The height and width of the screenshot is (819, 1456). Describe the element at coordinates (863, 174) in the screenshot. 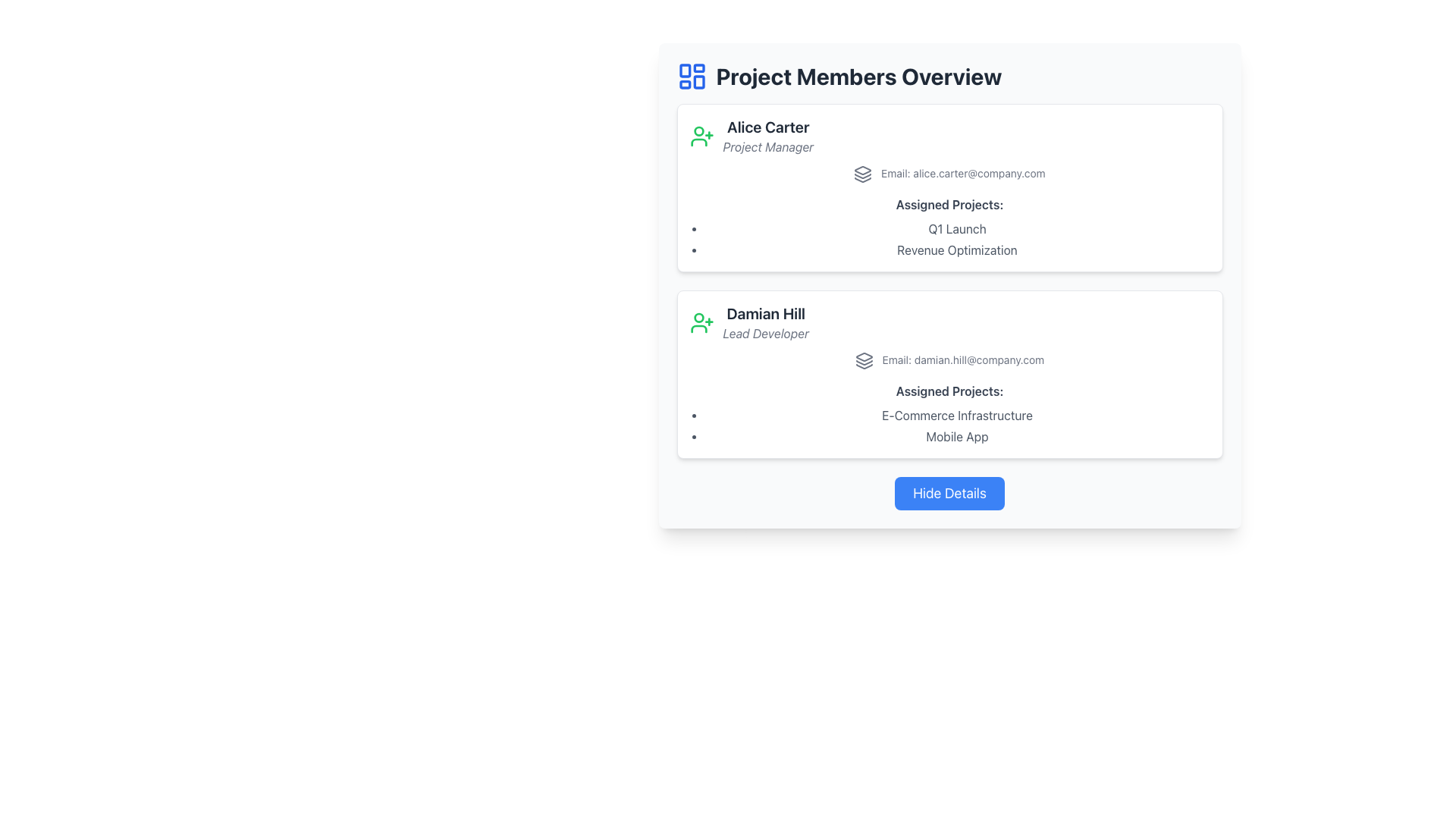

I see `the decorative email icon located to the left of the email text 'Email: alice.carter@company.com' in Alice Carter's details panel` at that location.